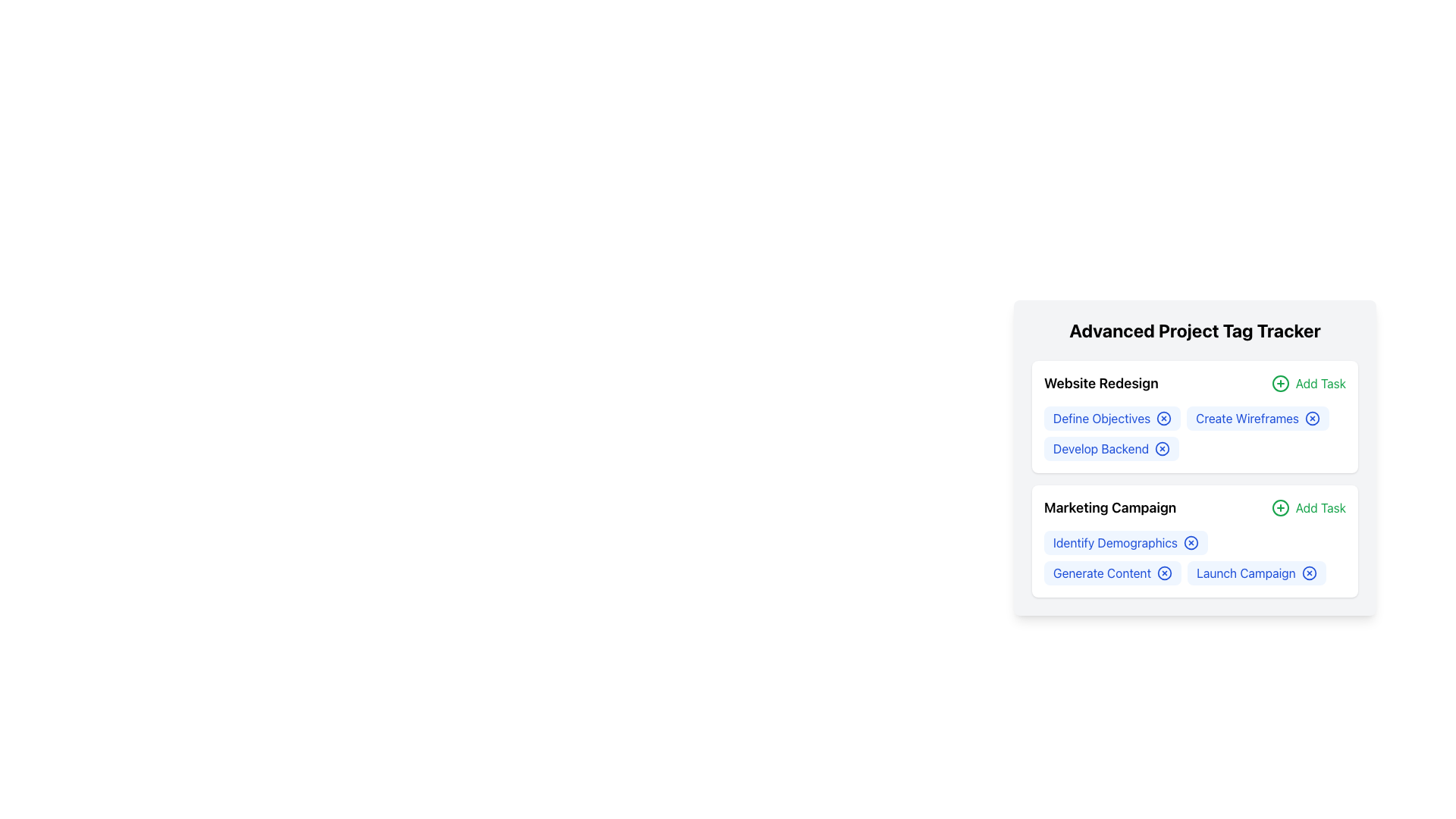  I want to click on the grouped interactive tags located in the 'Marketing Campaign' section below the title 'Marketing Campaign Add Task', so click(1194, 558).